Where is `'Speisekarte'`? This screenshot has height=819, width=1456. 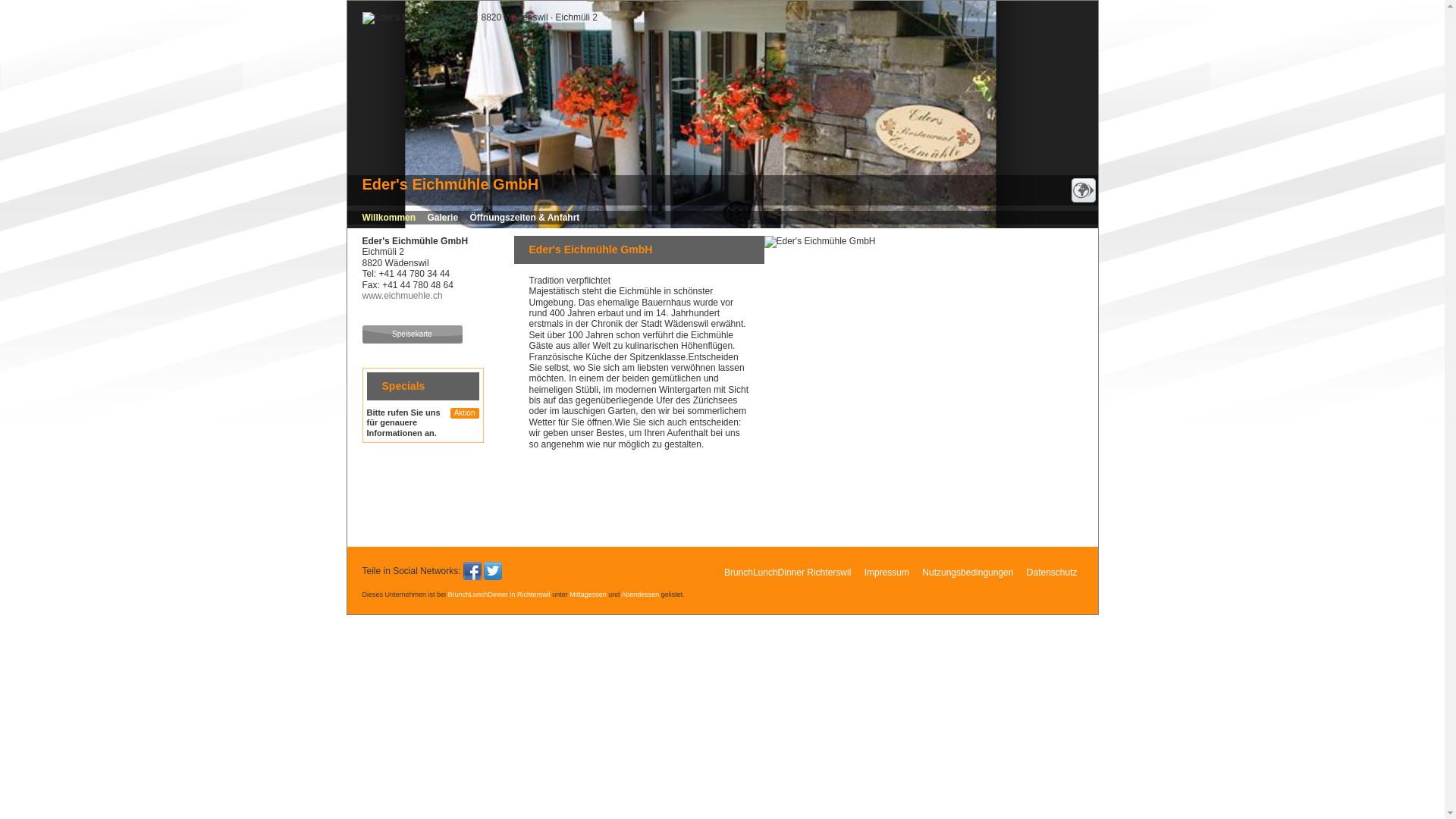
'Speisekarte' is located at coordinates (412, 333).